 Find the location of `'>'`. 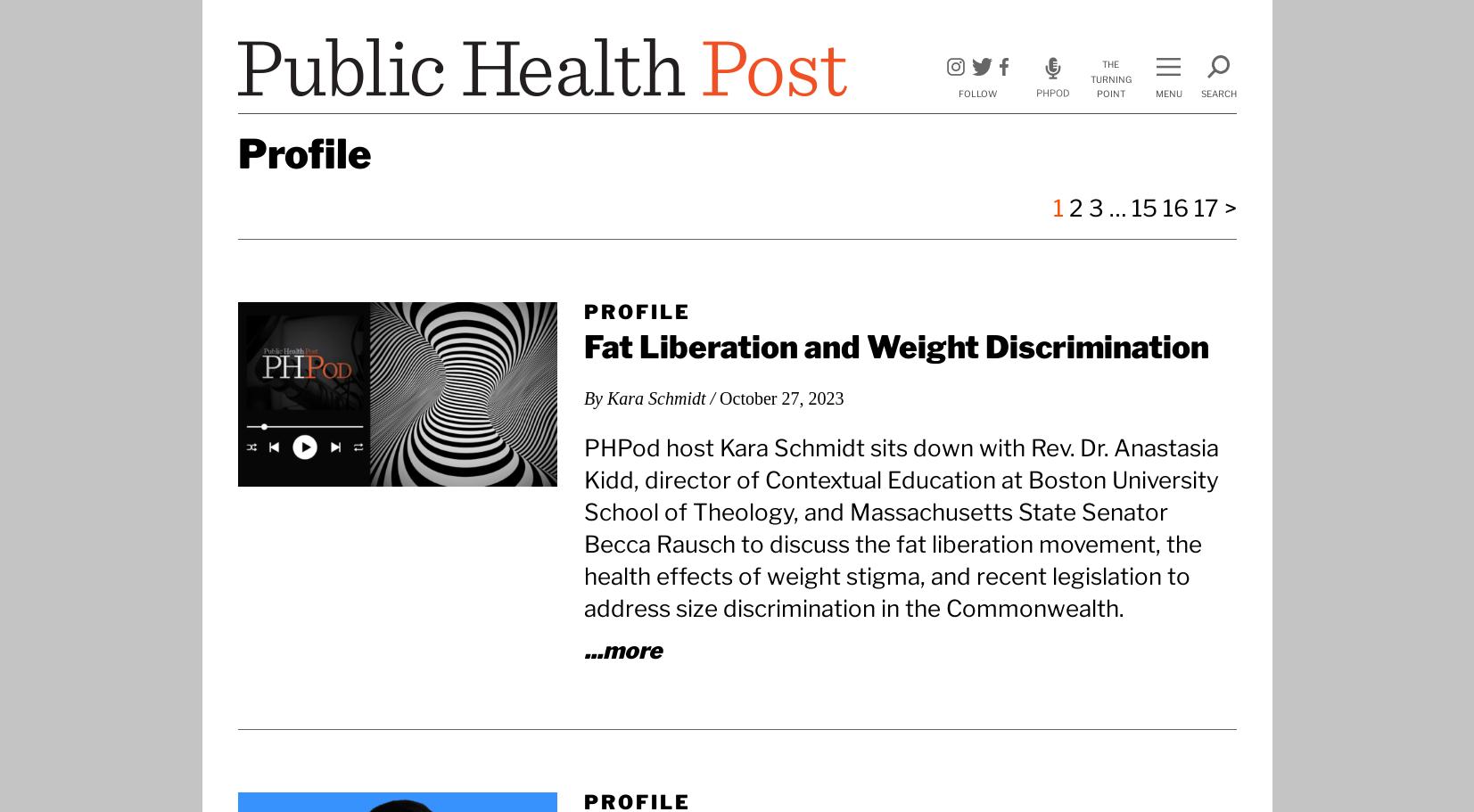

'>' is located at coordinates (1229, 208).